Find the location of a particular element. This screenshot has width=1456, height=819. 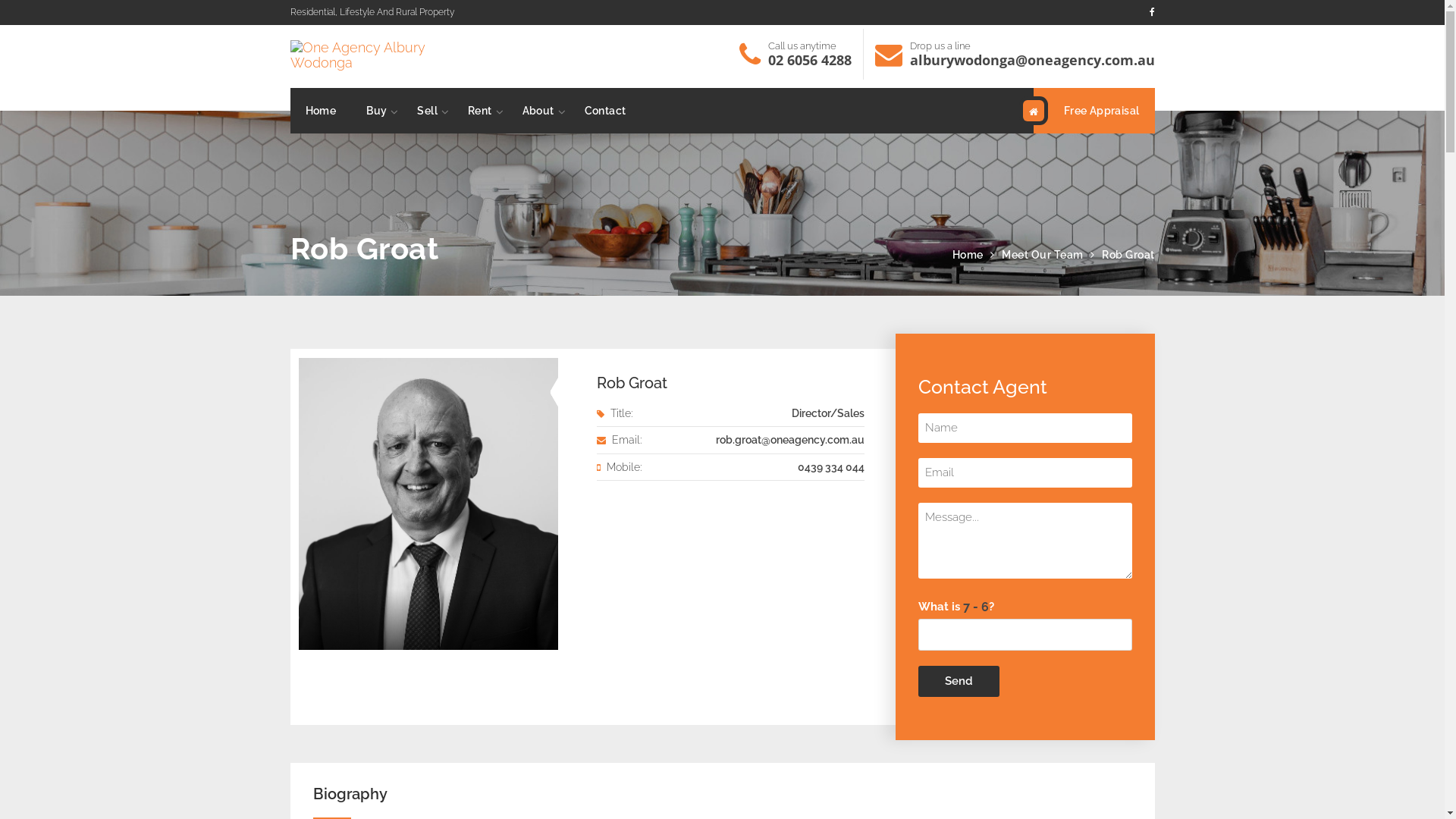

'02 6056 4288' is located at coordinates (767, 58).